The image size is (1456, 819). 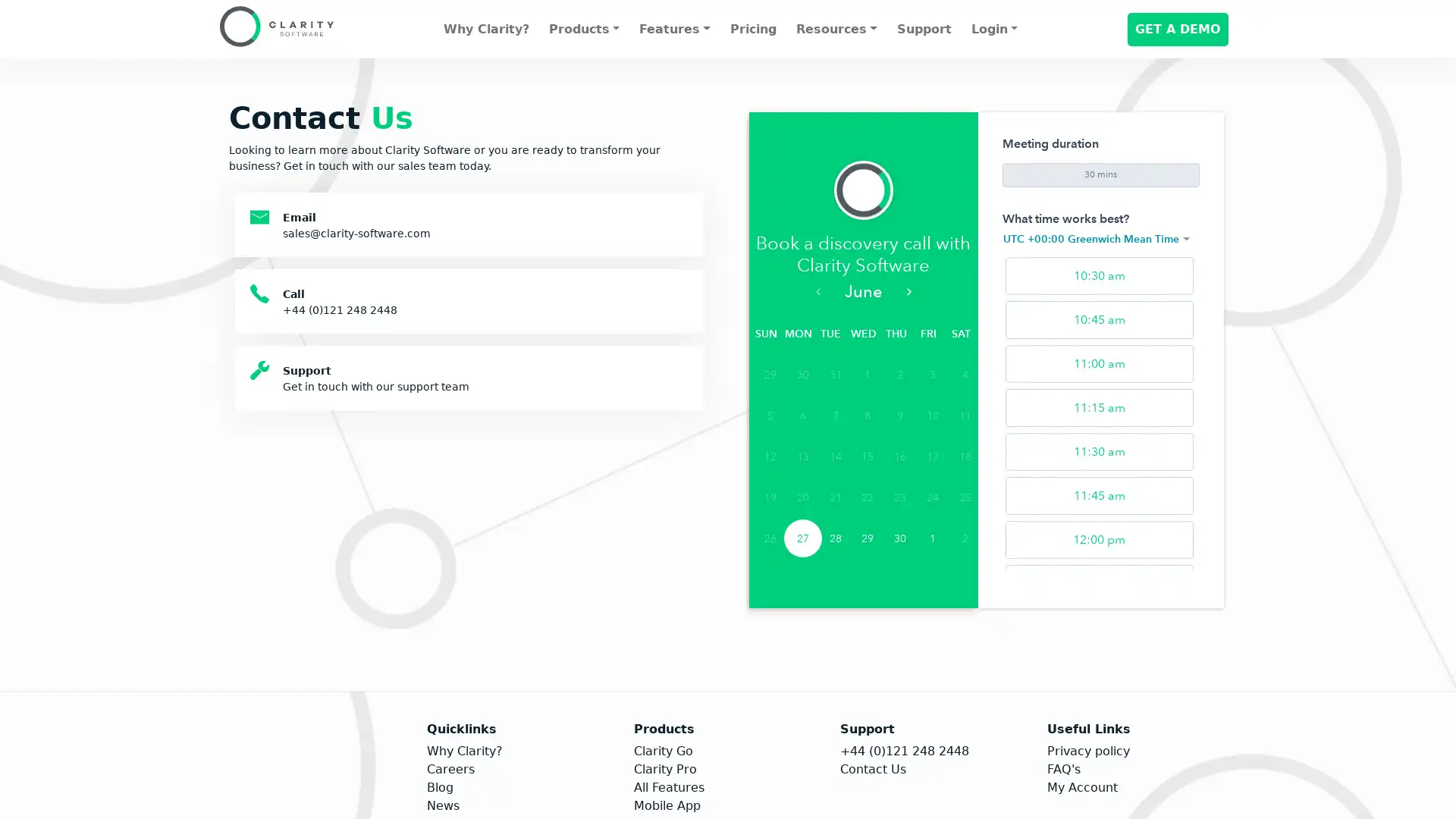 What do you see at coordinates (836, 29) in the screenshot?
I see `Resources` at bounding box center [836, 29].